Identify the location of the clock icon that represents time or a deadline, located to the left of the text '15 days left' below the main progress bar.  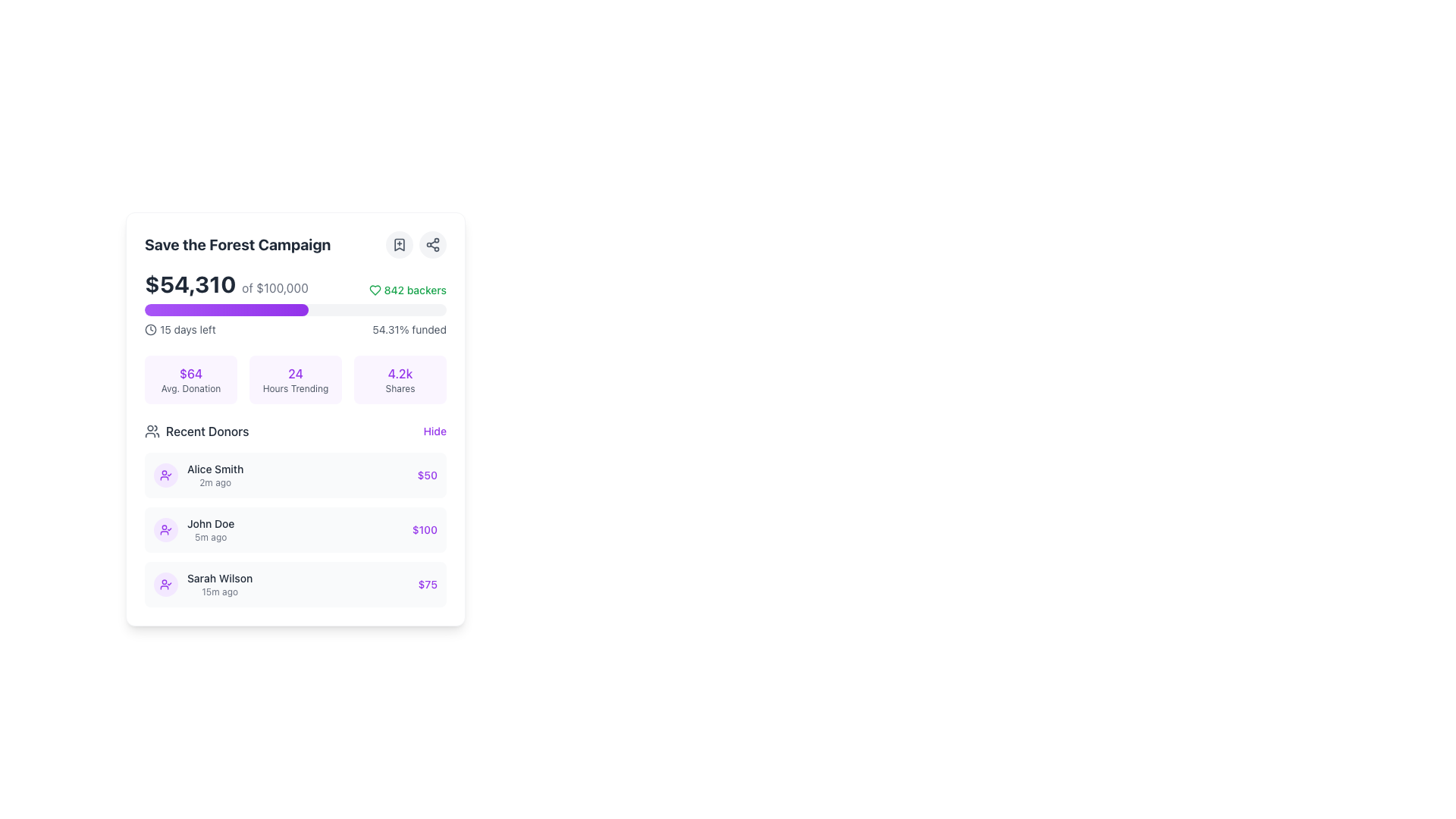
(150, 329).